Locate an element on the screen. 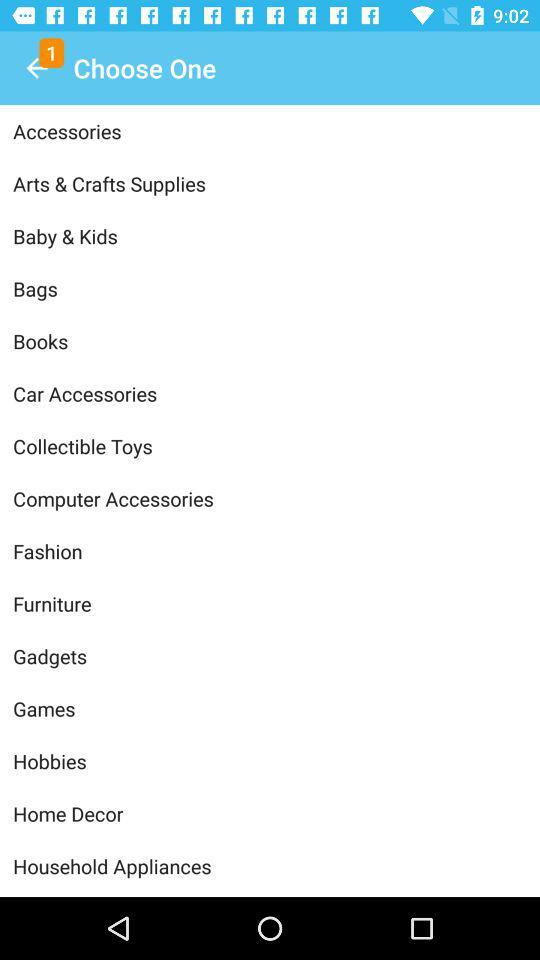  the item next to choose one is located at coordinates (36, 68).